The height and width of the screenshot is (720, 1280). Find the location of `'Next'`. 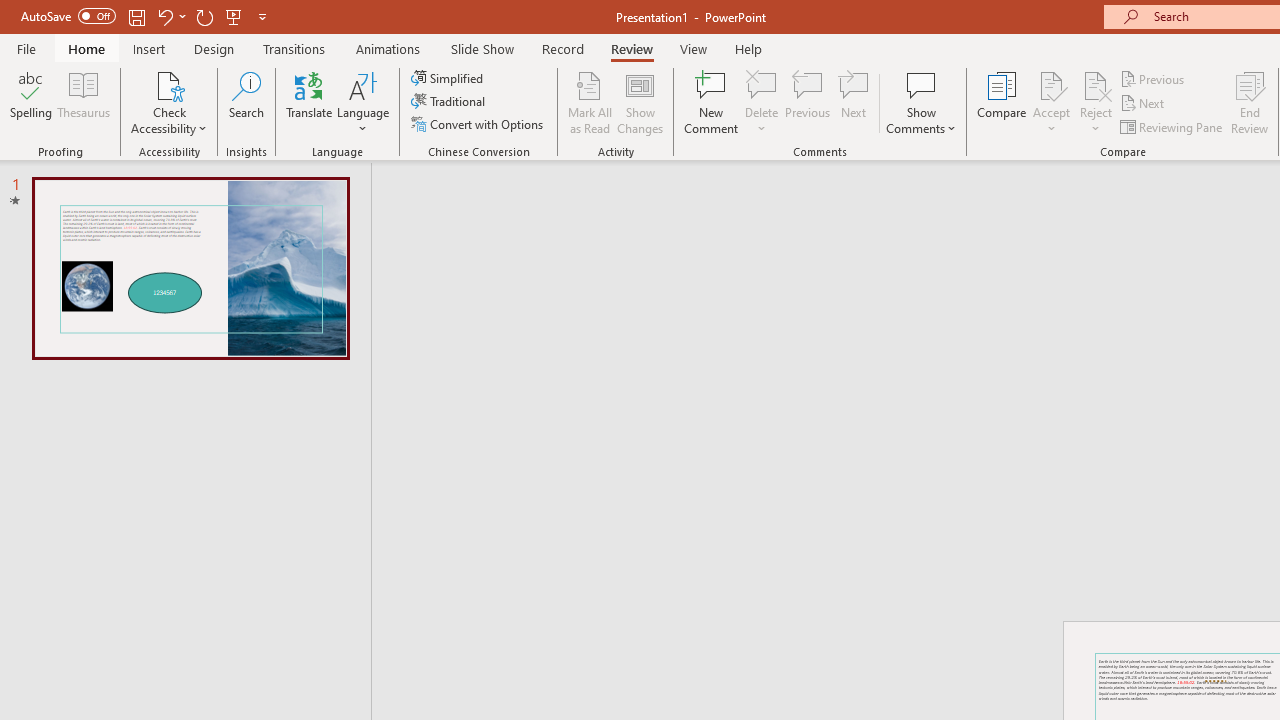

'Next' is located at coordinates (1144, 103).